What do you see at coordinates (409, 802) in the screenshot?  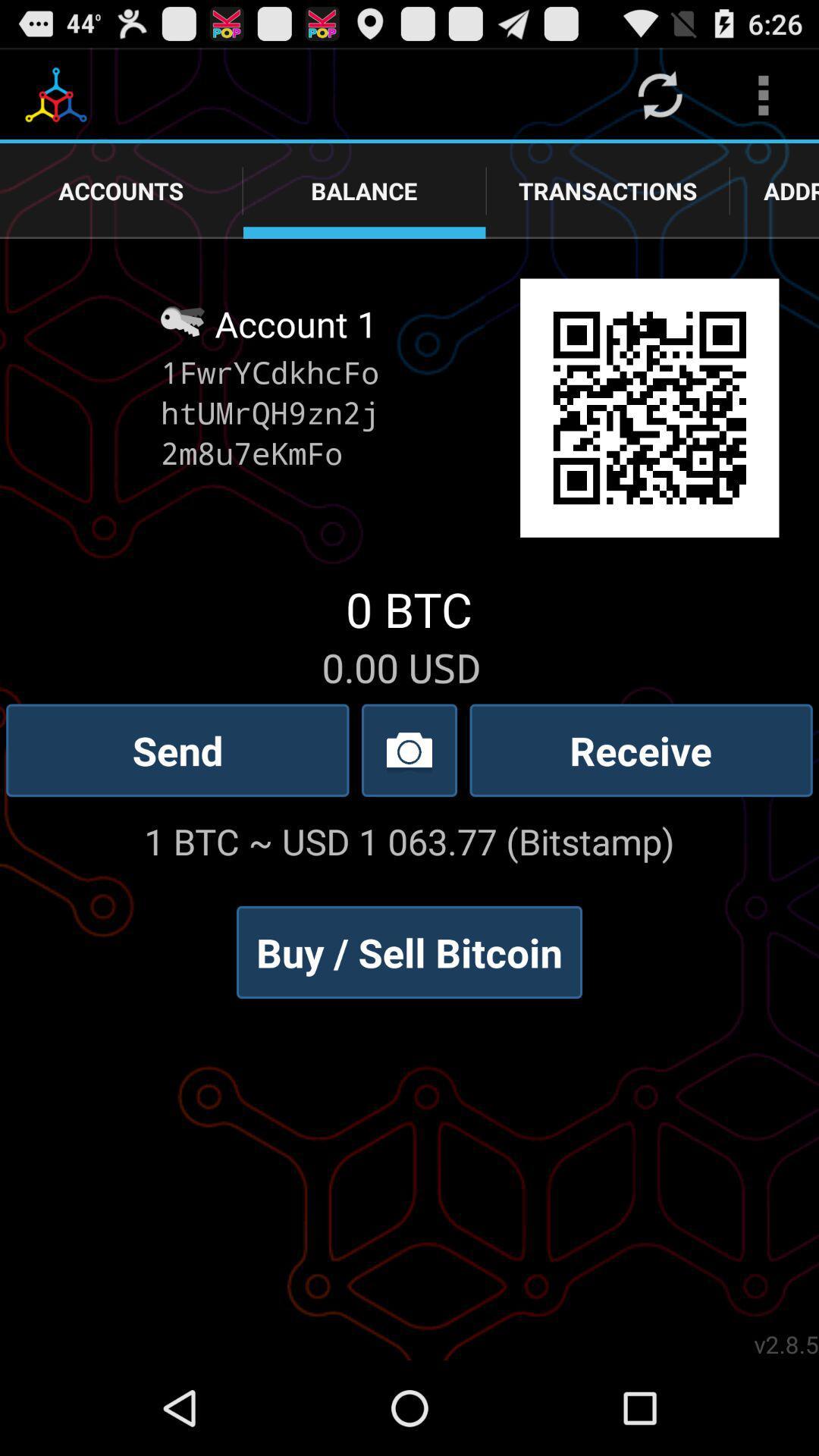 I see `the photo icon` at bounding box center [409, 802].